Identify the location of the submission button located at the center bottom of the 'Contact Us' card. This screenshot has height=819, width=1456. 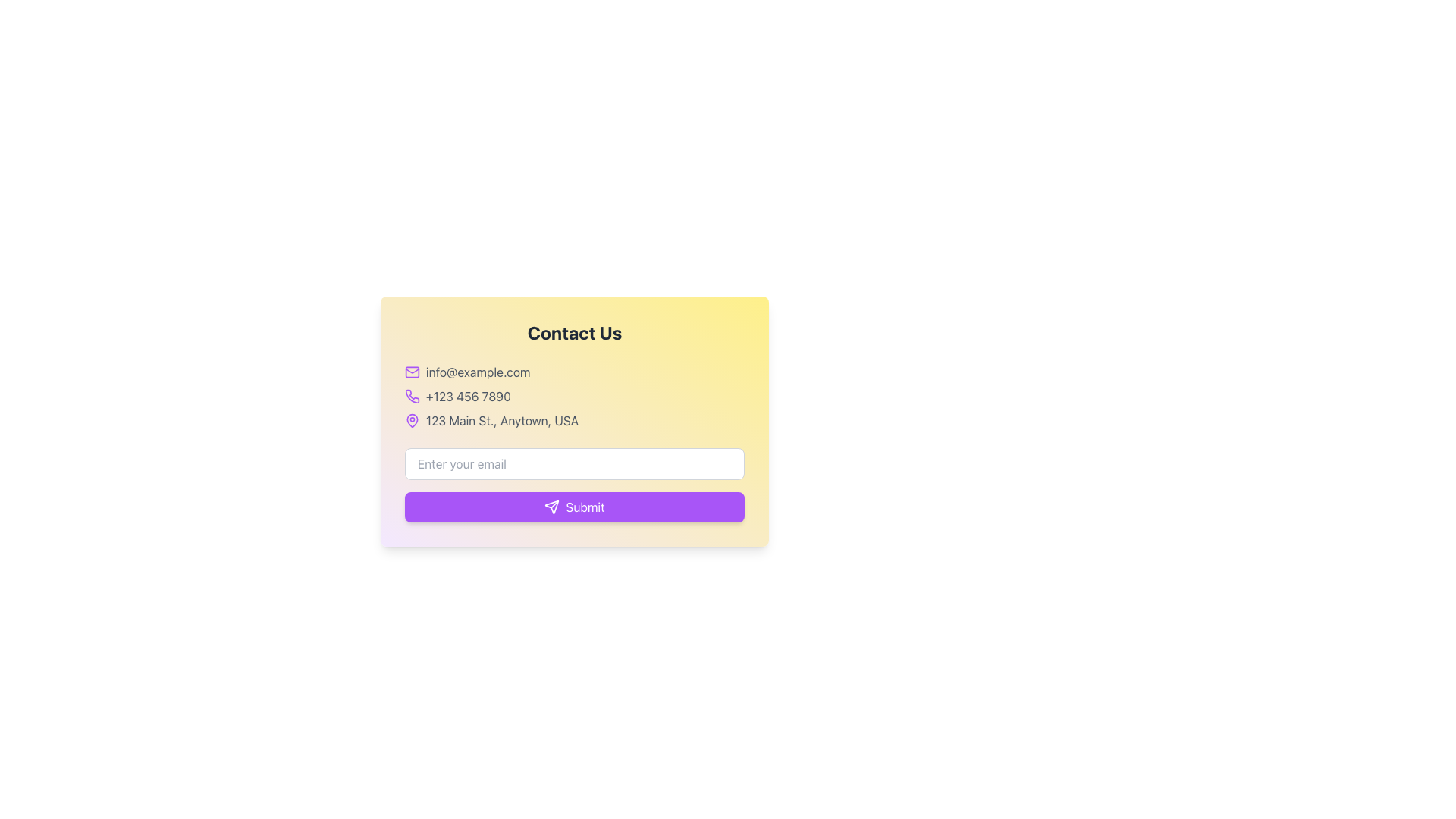
(574, 485).